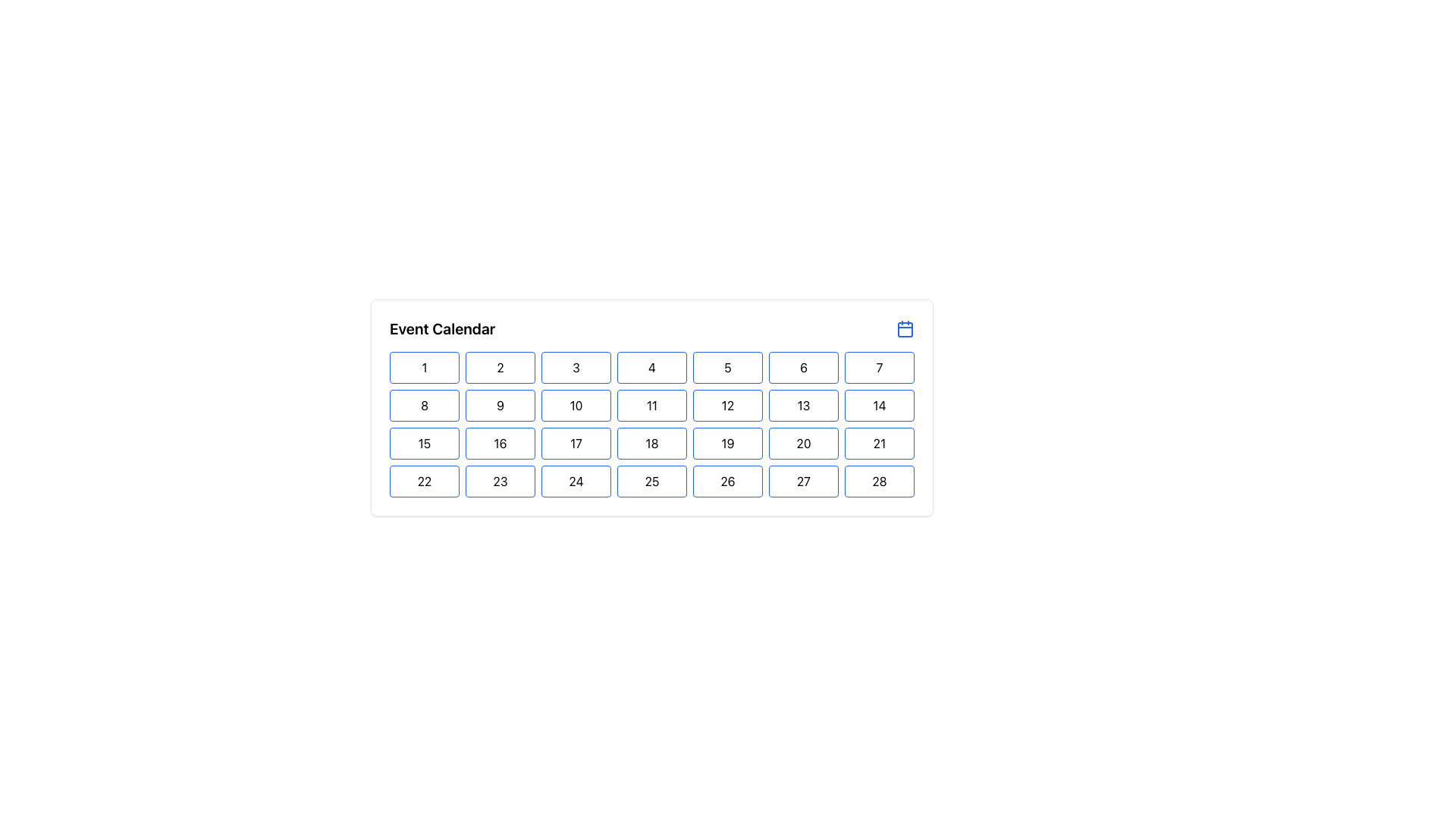 The height and width of the screenshot is (819, 1456). Describe the element at coordinates (500, 444) in the screenshot. I see `the button representing a selectable day in the calendar view` at that location.